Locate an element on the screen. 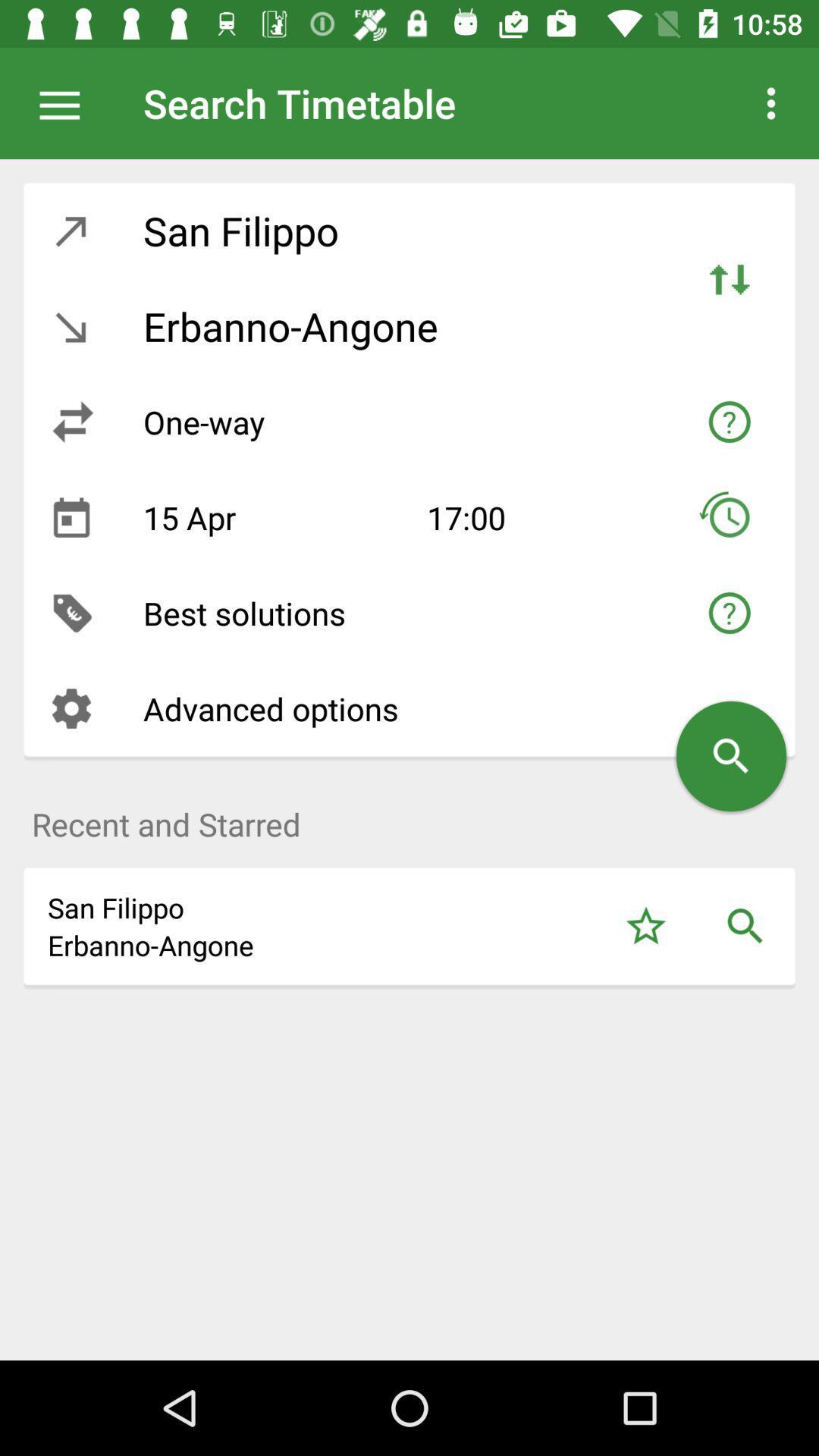  the app next to the search timetable is located at coordinates (67, 102).